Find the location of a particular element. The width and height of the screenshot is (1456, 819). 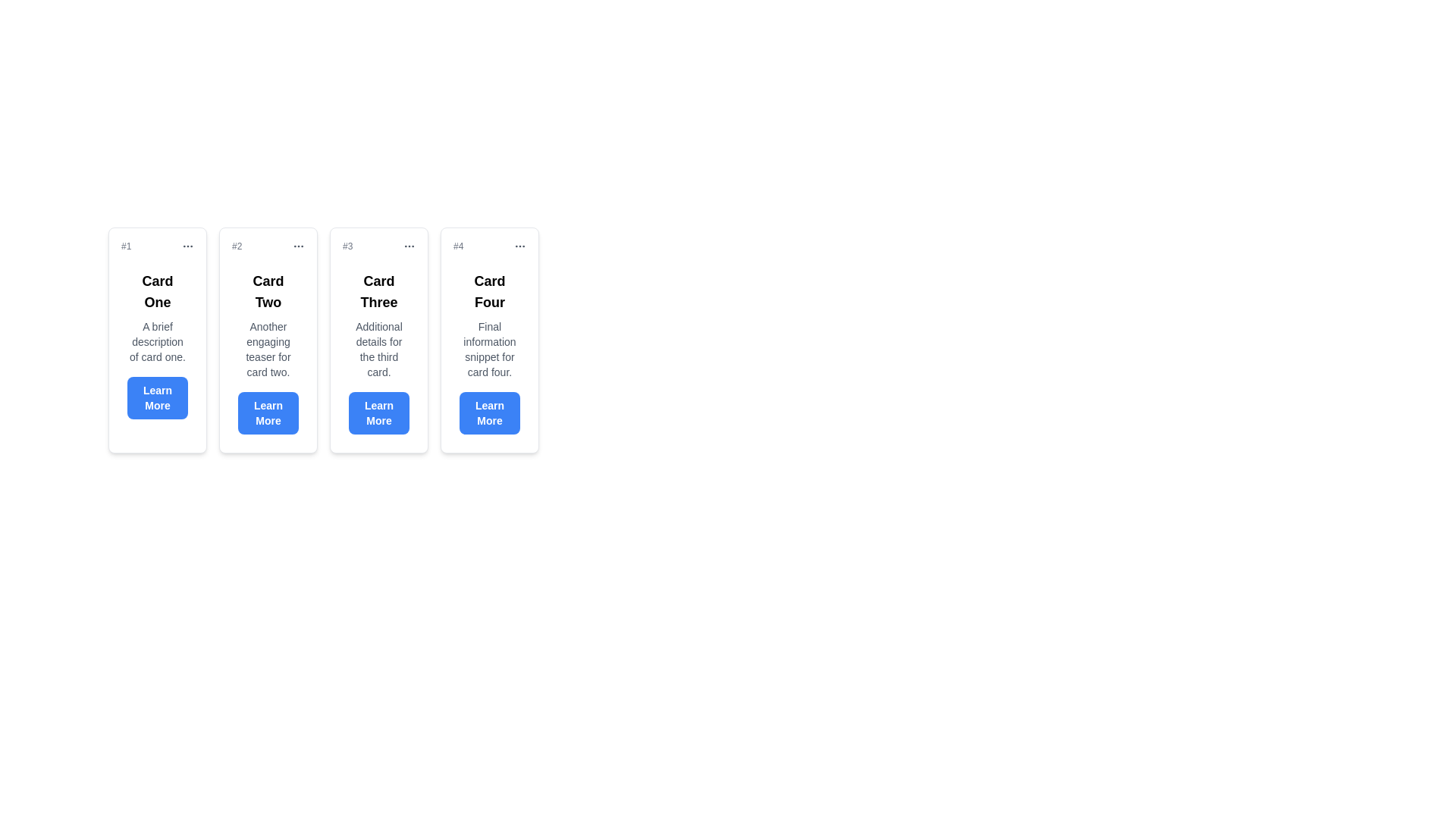

the small gray text label displaying '#2', which is located in the upper-left corner of the second card, adjacent to the ellipsis icon is located at coordinates (236, 245).